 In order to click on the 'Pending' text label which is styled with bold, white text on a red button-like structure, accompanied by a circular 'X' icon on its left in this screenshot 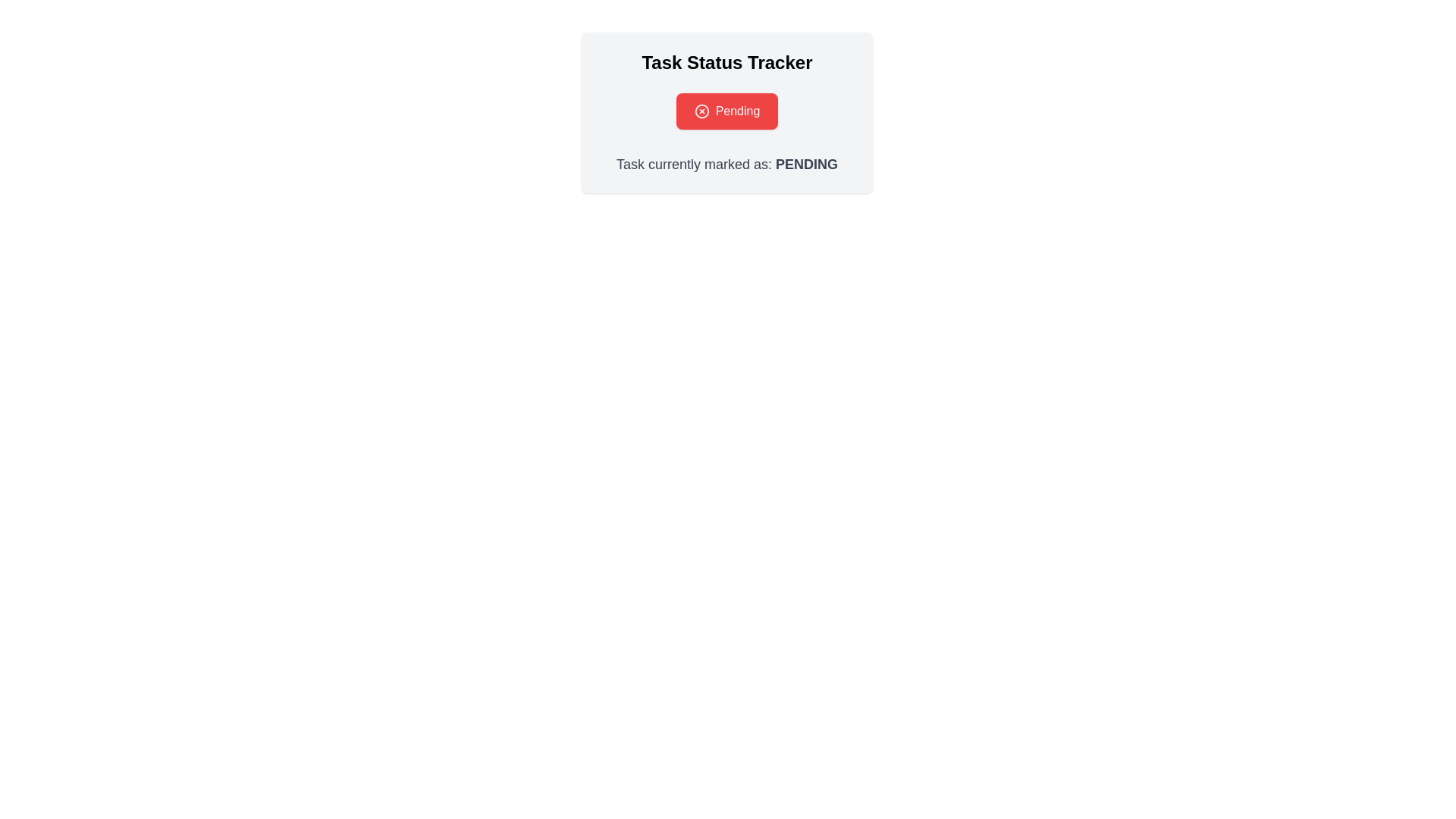, I will do `click(726, 110)`.